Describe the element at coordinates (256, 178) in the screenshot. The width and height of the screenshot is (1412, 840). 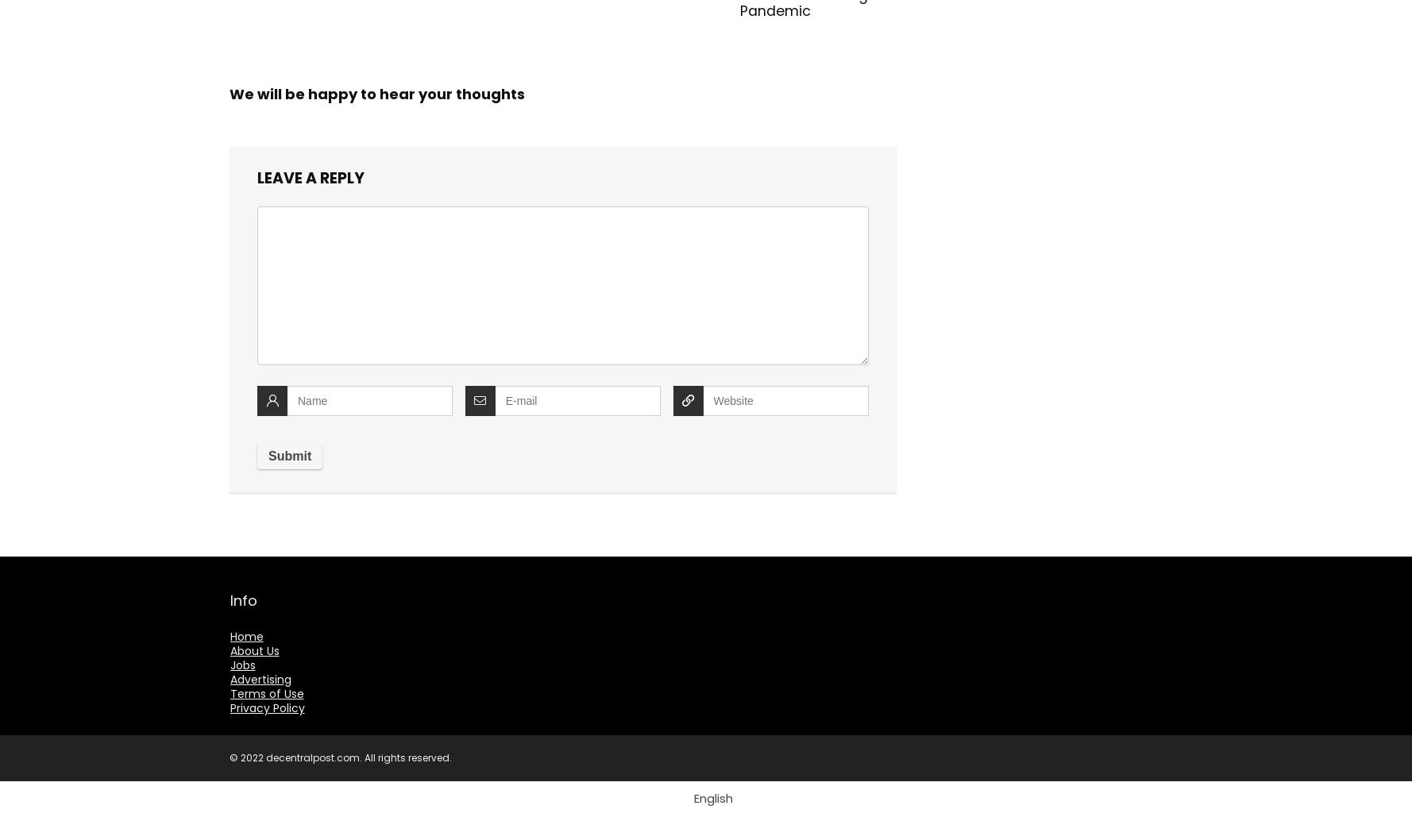
I see `'Leave a reply'` at that location.